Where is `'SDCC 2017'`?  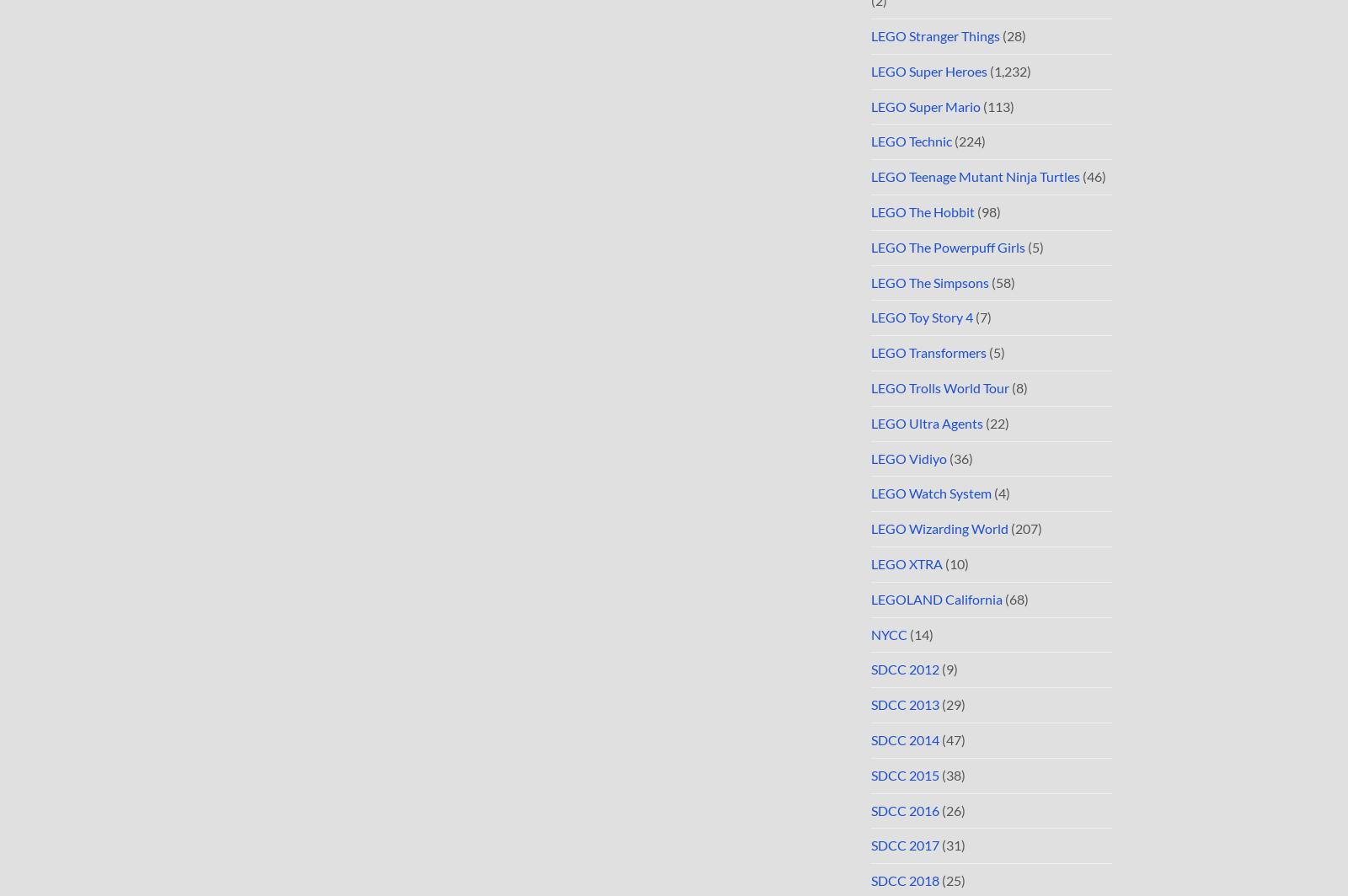 'SDCC 2017' is located at coordinates (905, 845).